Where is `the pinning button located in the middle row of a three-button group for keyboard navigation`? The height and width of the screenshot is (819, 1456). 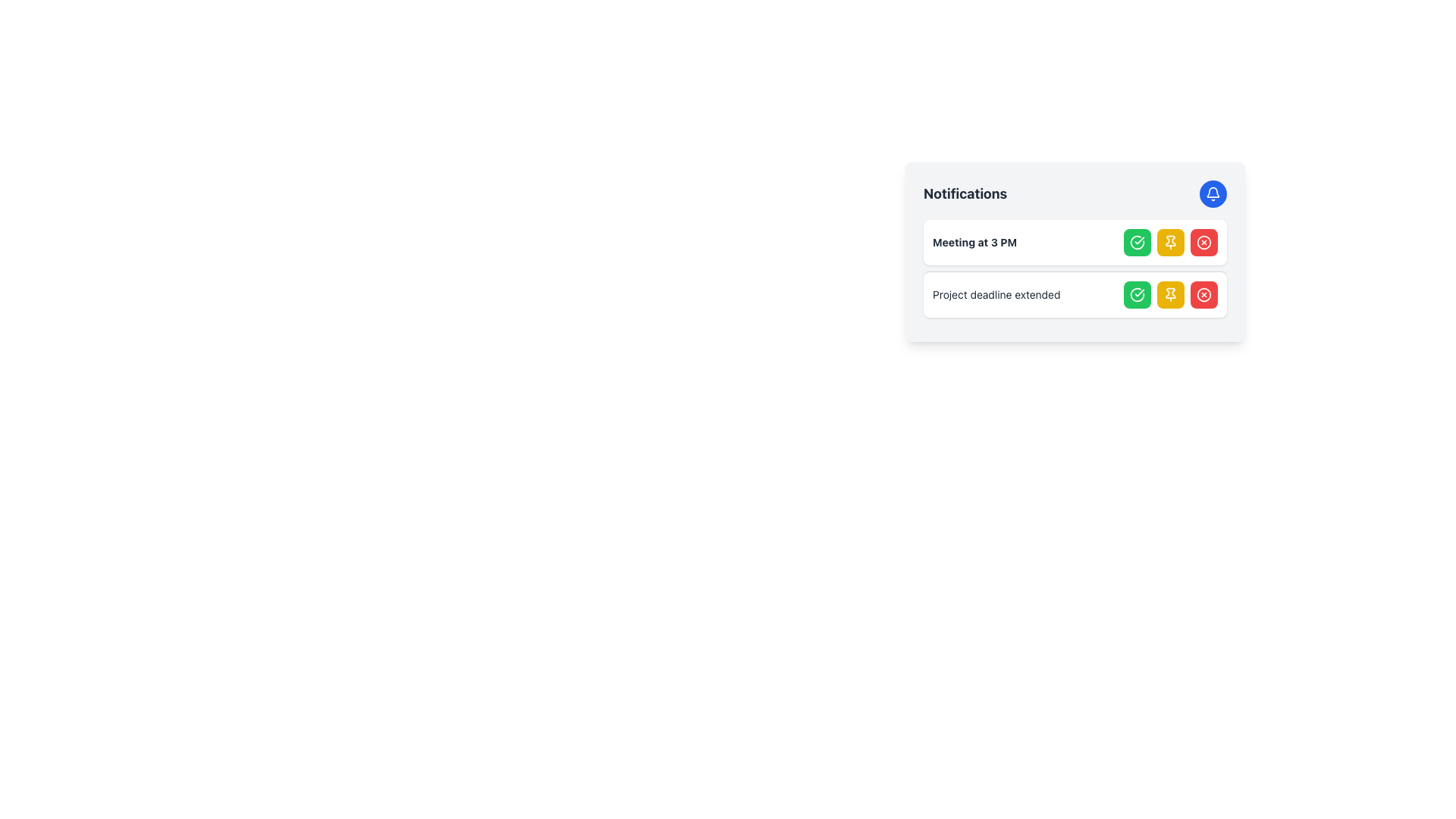 the pinning button located in the middle row of a three-button group for keyboard navigation is located at coordinates (1170, 242).